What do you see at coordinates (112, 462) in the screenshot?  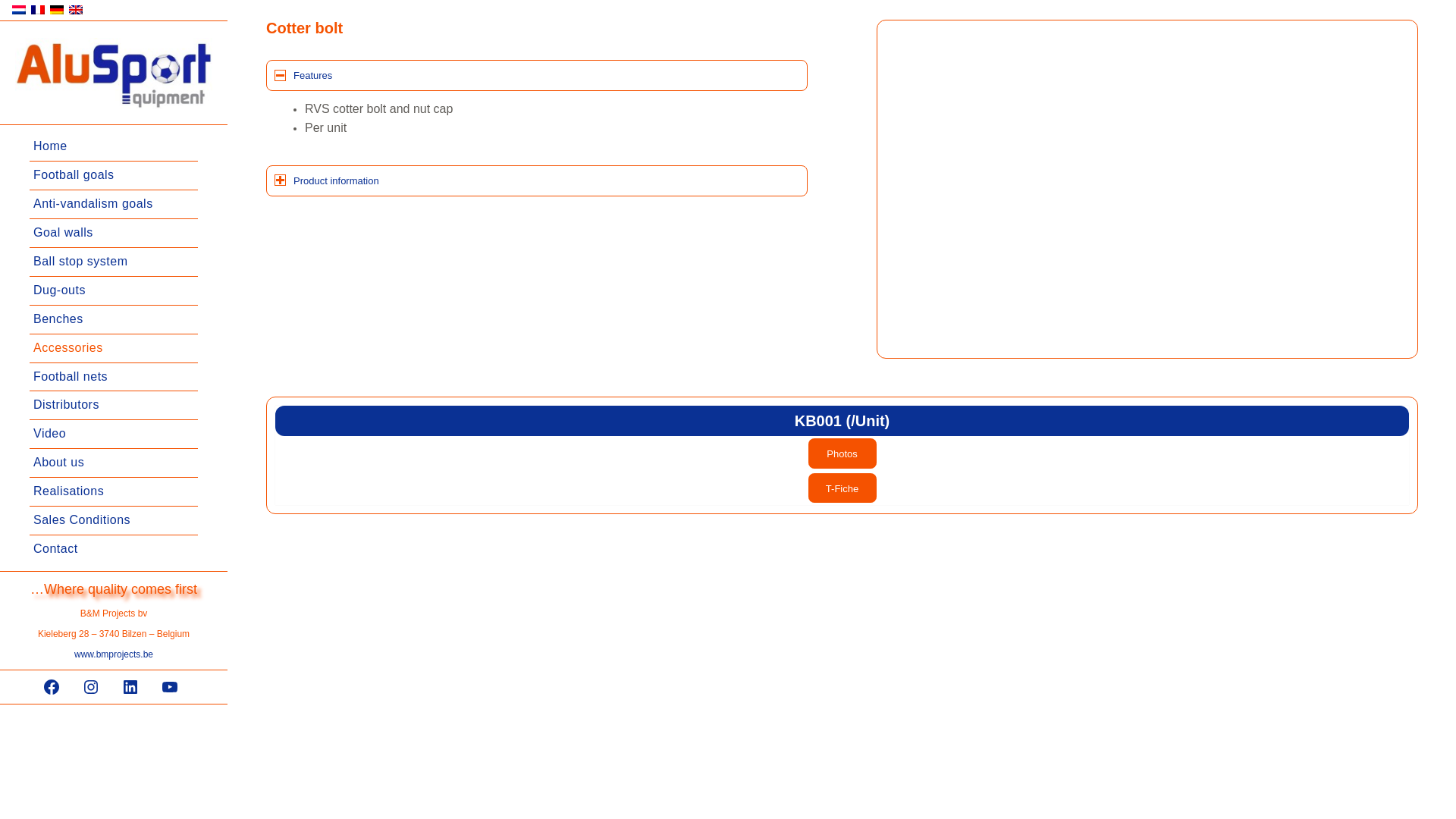 I see `'About us'` at bounding box center [112, 462].